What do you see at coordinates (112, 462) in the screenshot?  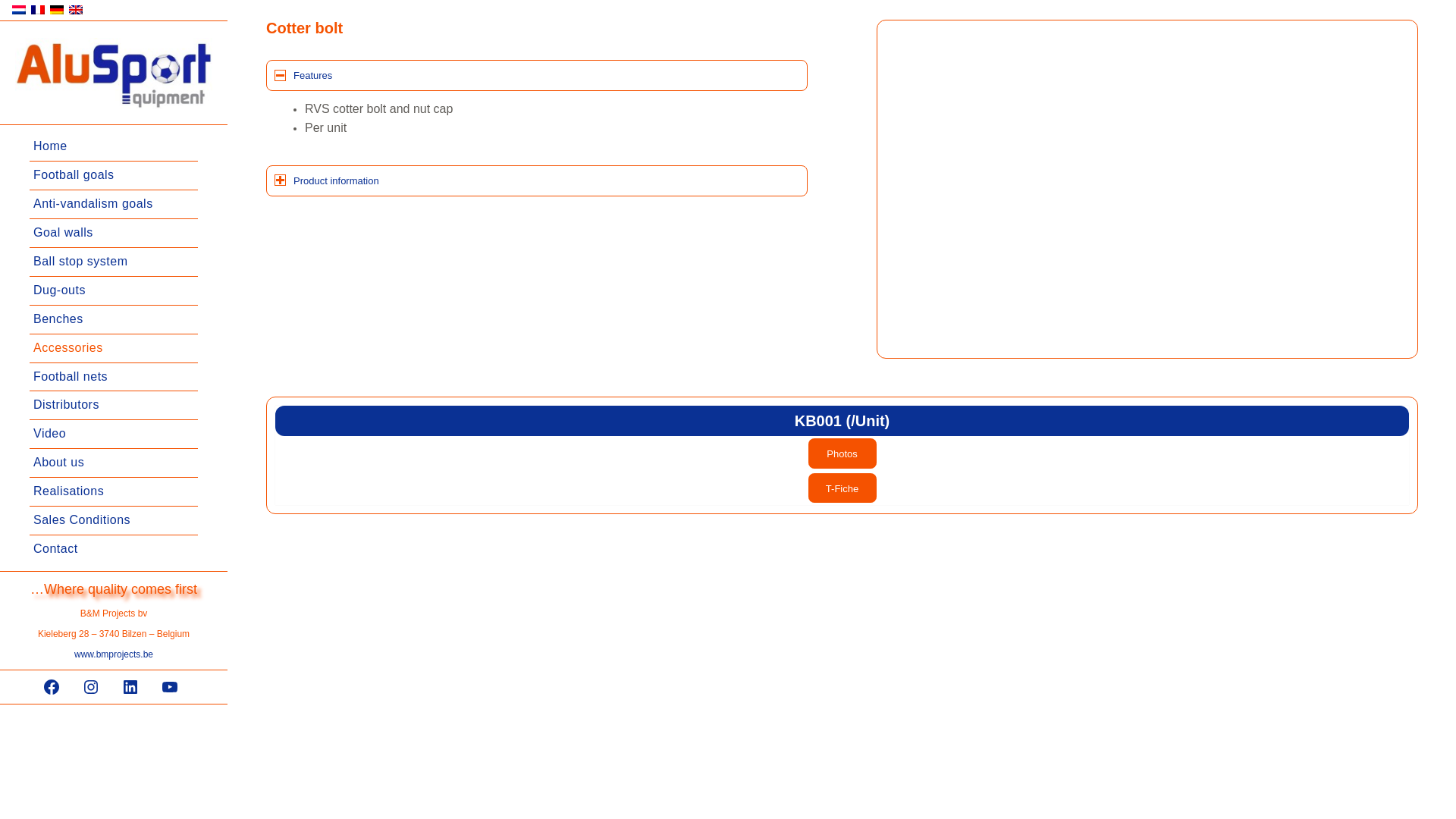 I see `'About us'` at bounding box center [112, 462].